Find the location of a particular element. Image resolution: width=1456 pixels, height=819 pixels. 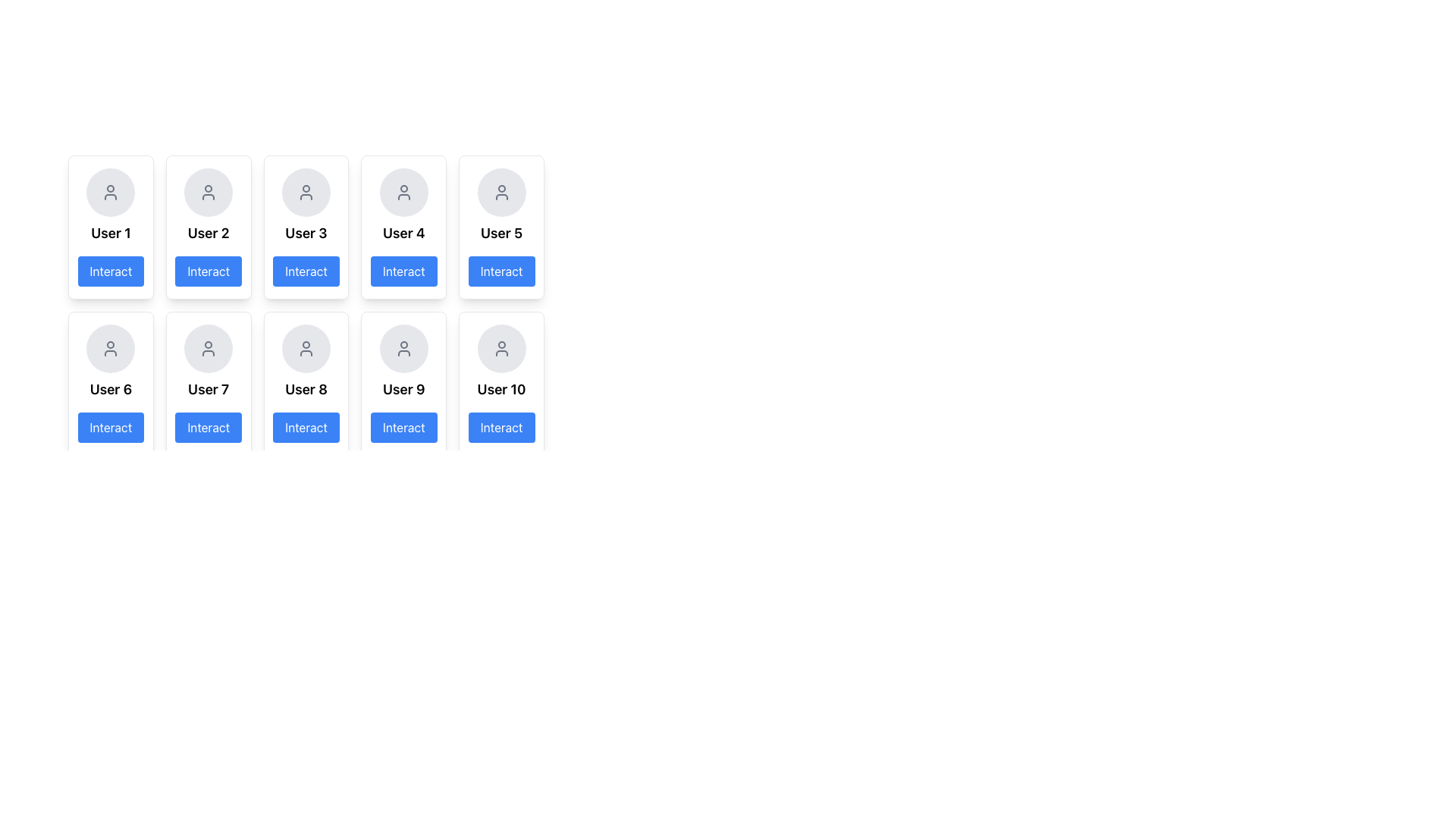

the text label identifying the user as 'User 5', which is positioned centrally in the top row, fifth column of the grid, above the 'Interact' button and below the user avatar is located at coordinates (501, 234).